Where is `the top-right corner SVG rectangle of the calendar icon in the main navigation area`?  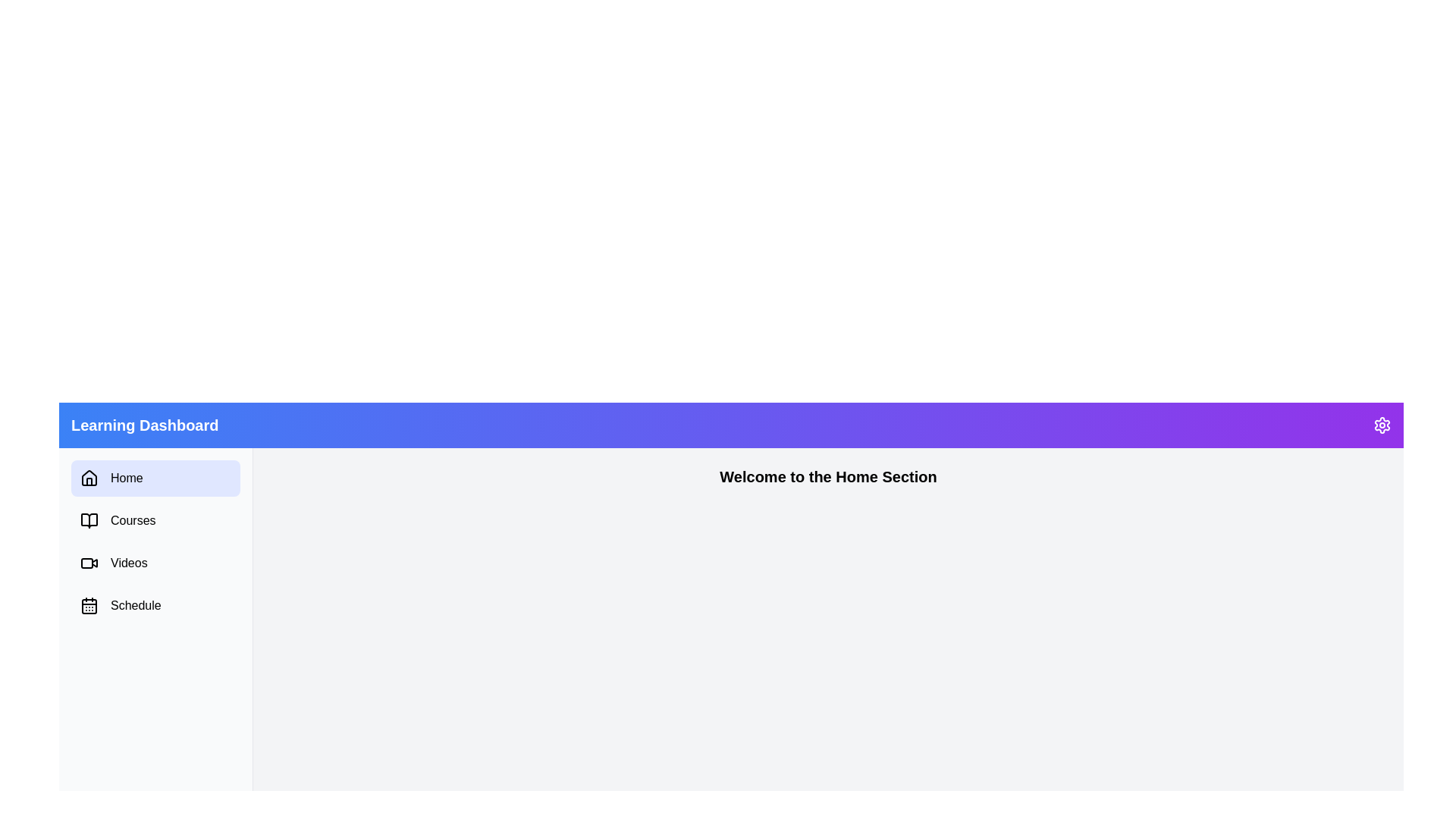 the top-right corner SVG rectangle of the calendar icon in the main navigation area is located at coordinates (89, 605).